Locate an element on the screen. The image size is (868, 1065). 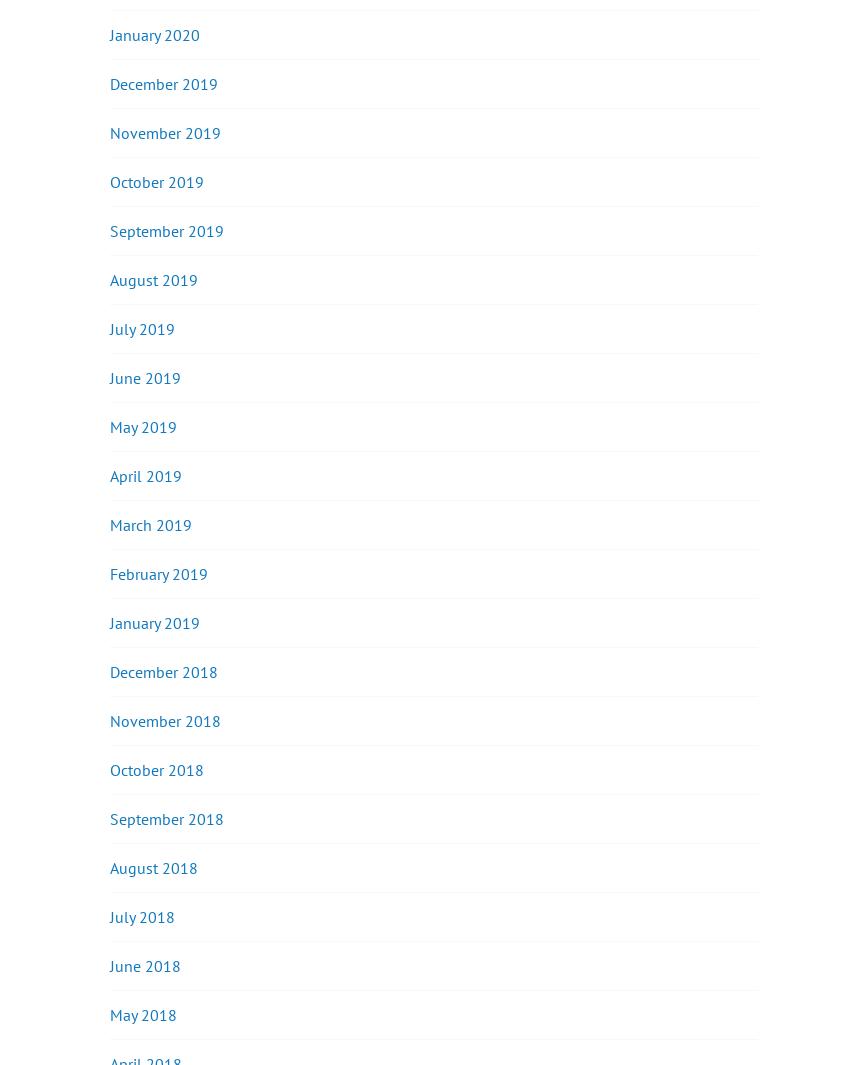
'September 2019' is located at coordinates (167, 229).